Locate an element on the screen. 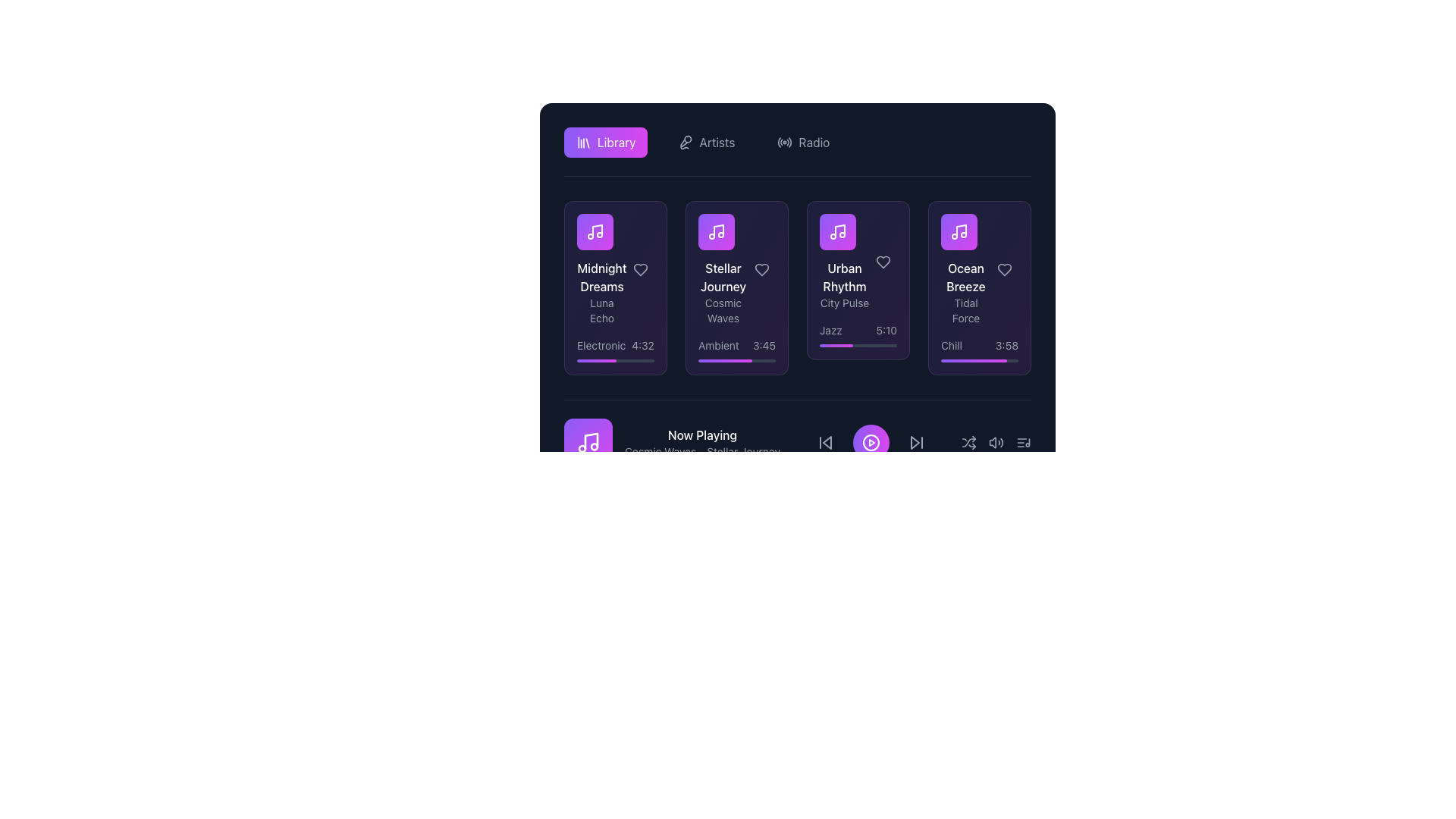  the white music note icon, which is the first item in the 'Now Playing' section with a purple gradient background is located at coordinates (588, 442).